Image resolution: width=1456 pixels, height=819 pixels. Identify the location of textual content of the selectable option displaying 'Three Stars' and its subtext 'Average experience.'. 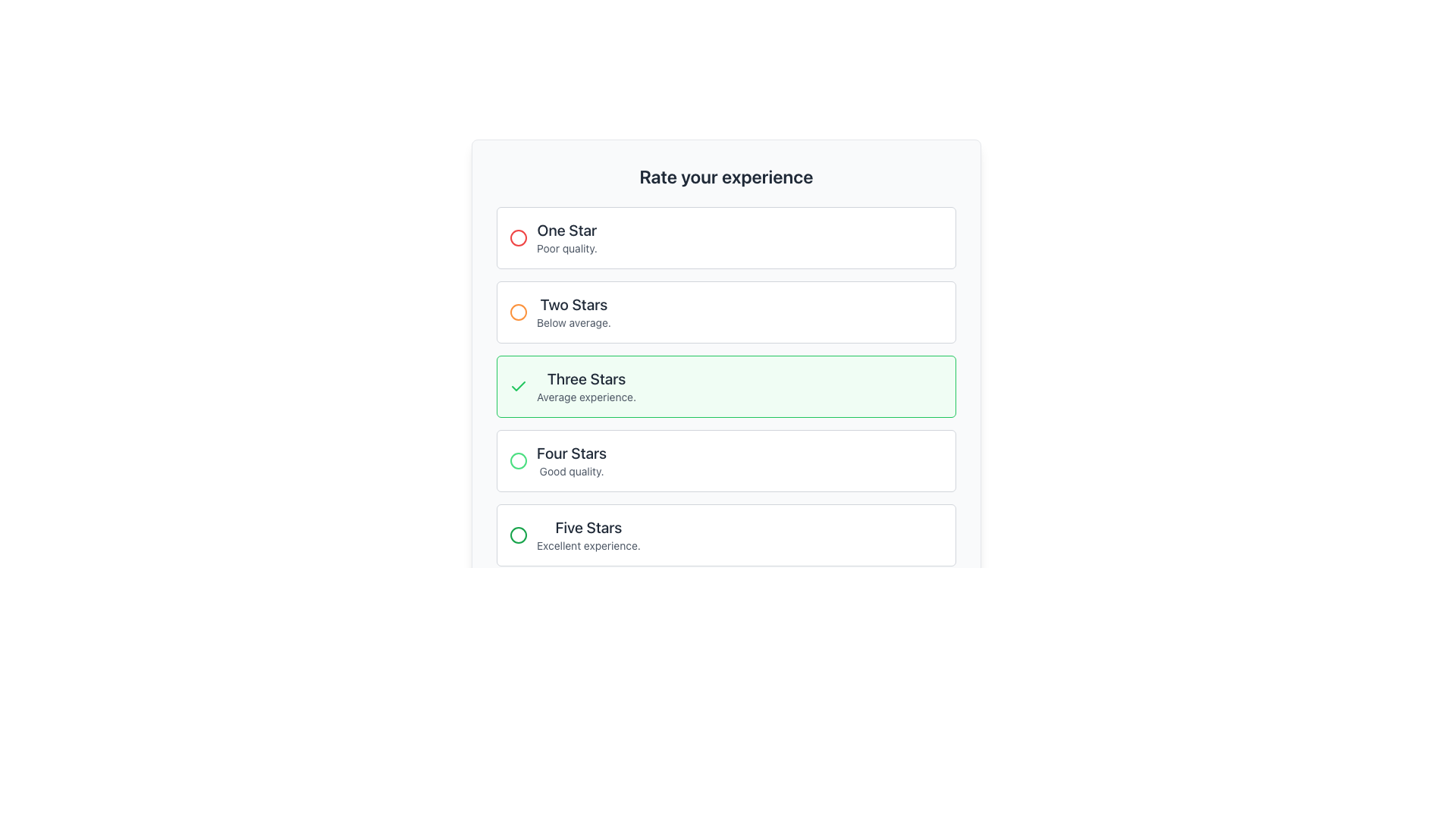
(585, 385).